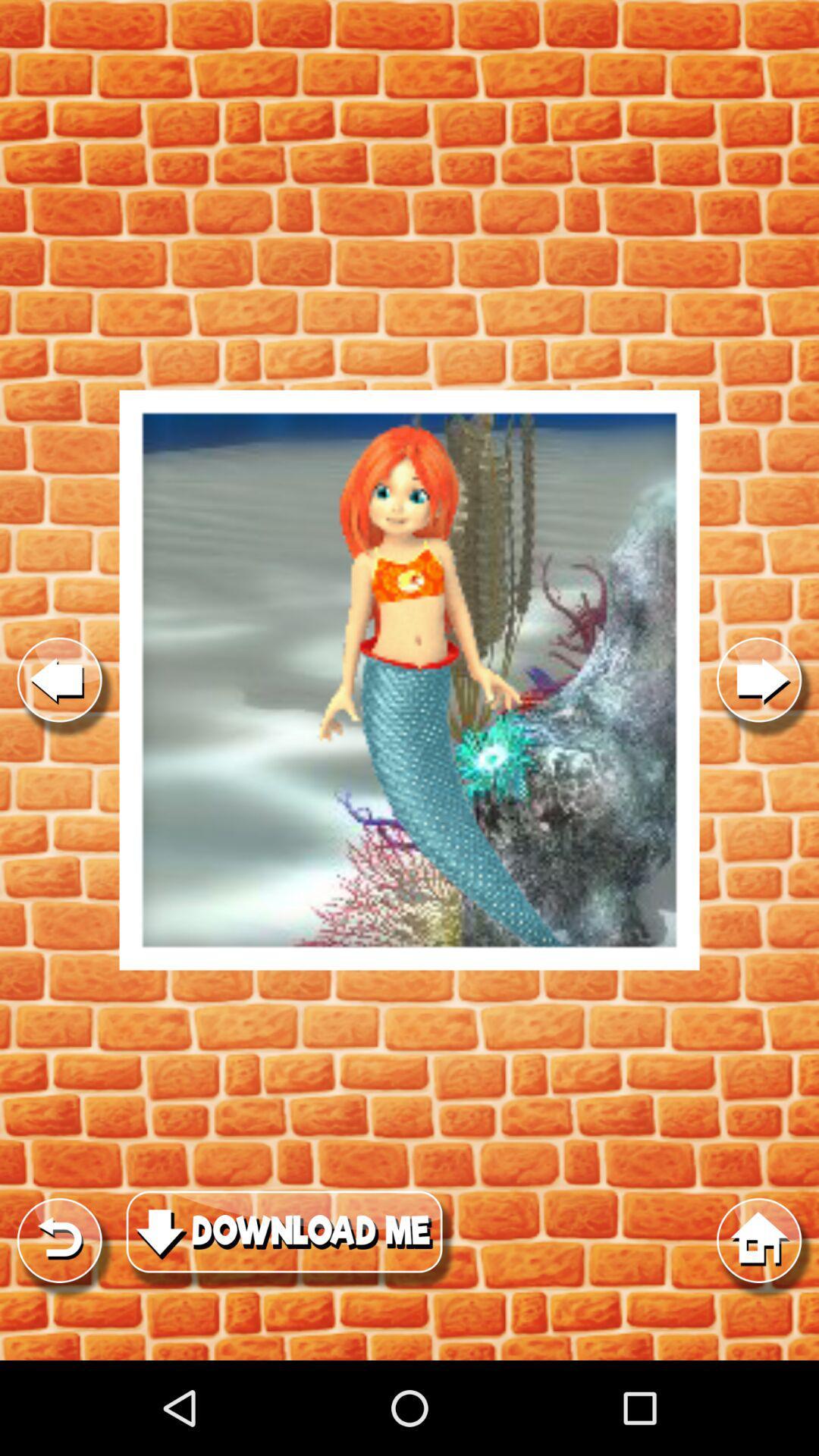 The width and height of the screenshot is (819, 1456). Describe the element at coordinates (58, 679) in the screenshot. I see `previous option` at that location.